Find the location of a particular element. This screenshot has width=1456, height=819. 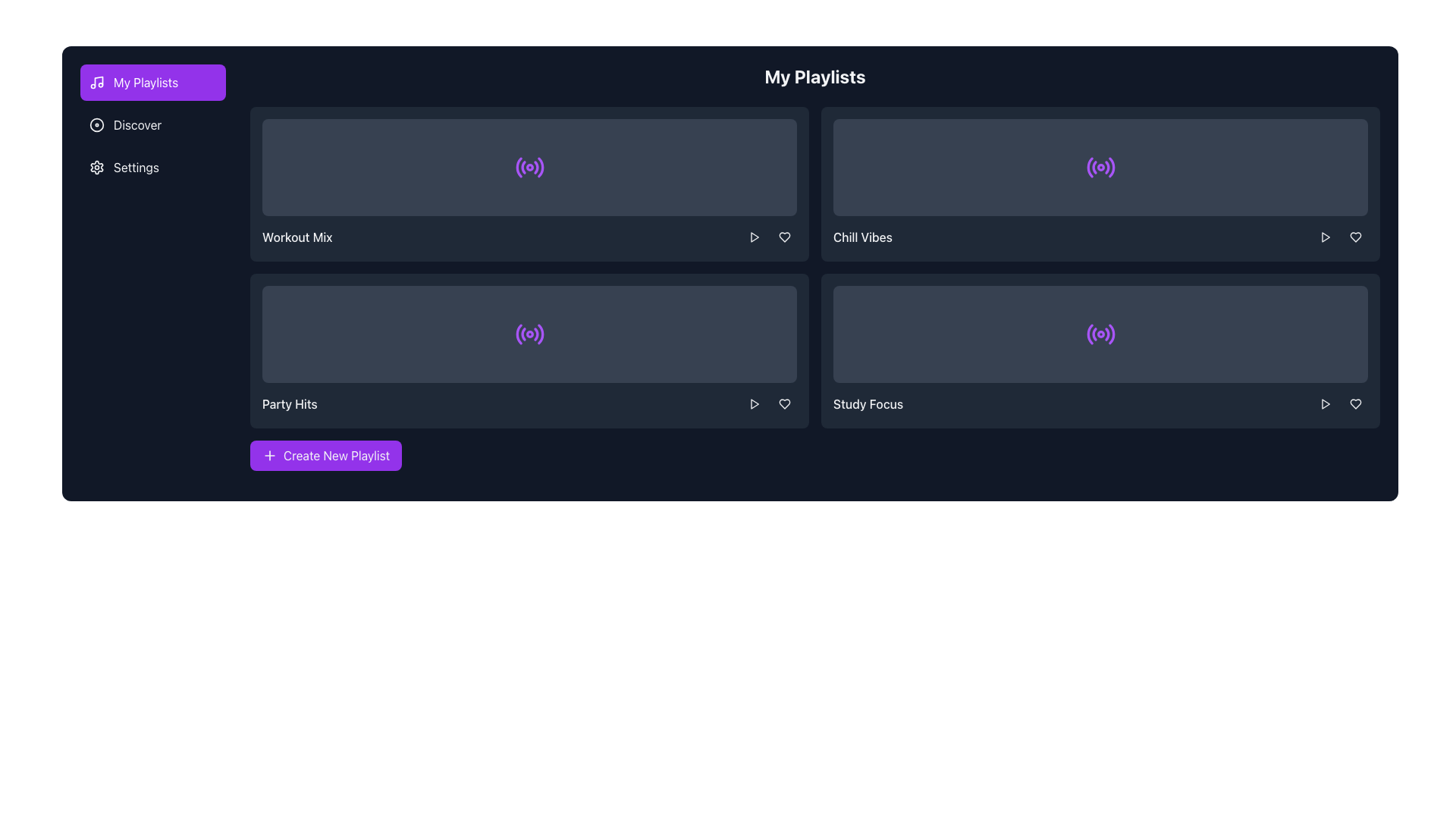

the 'play' button located at the bottom-right corner of the 'Workout Mix' playlist card is located at coordinates (754, 237).